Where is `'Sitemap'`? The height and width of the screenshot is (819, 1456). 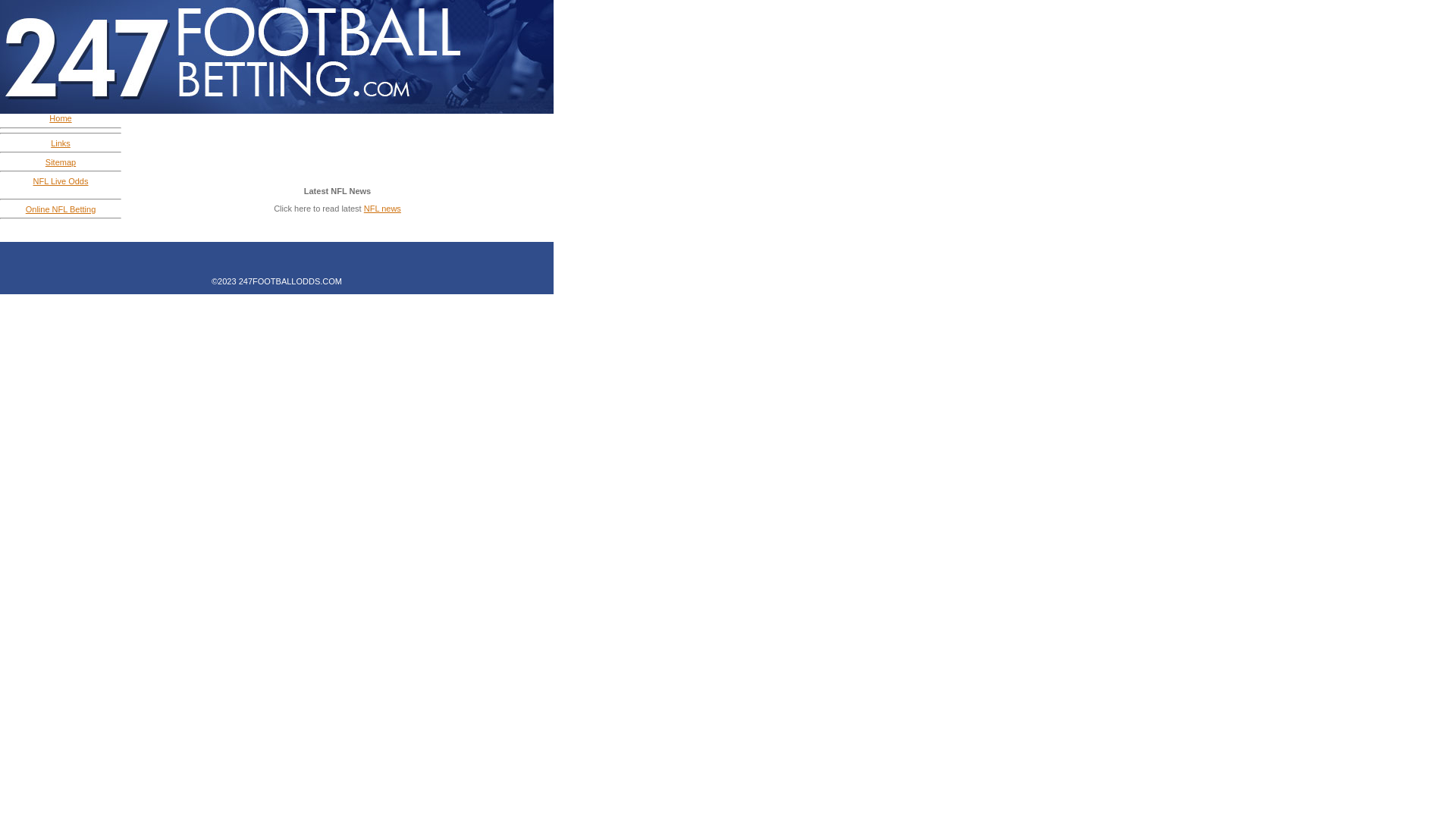 'Sitemap' is located at coordinates (61, 162).